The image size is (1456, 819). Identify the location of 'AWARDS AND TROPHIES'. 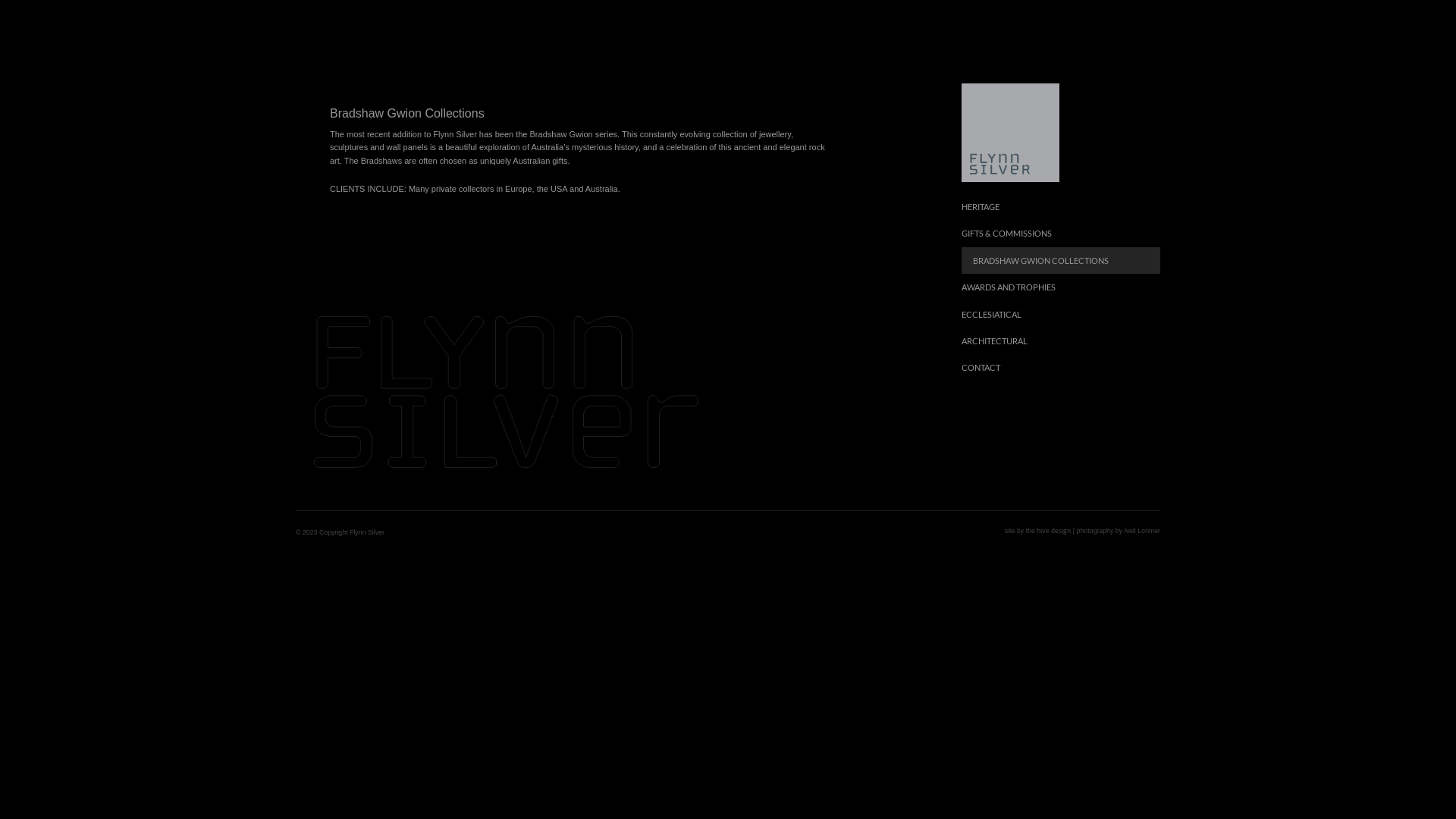
(1060, 287).